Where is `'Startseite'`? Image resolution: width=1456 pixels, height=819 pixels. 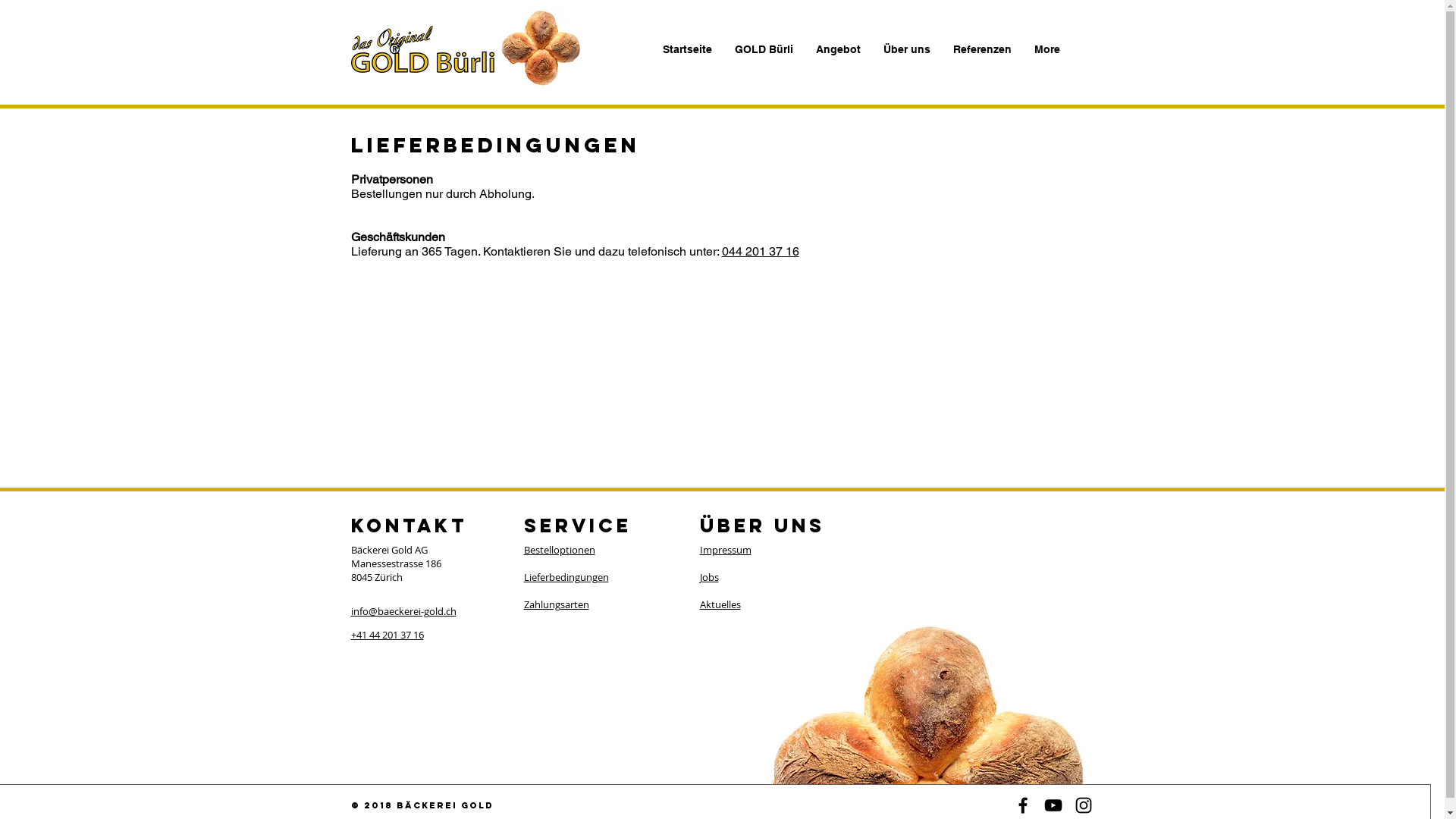 'Startseite' is located at coordinates (651, 49).